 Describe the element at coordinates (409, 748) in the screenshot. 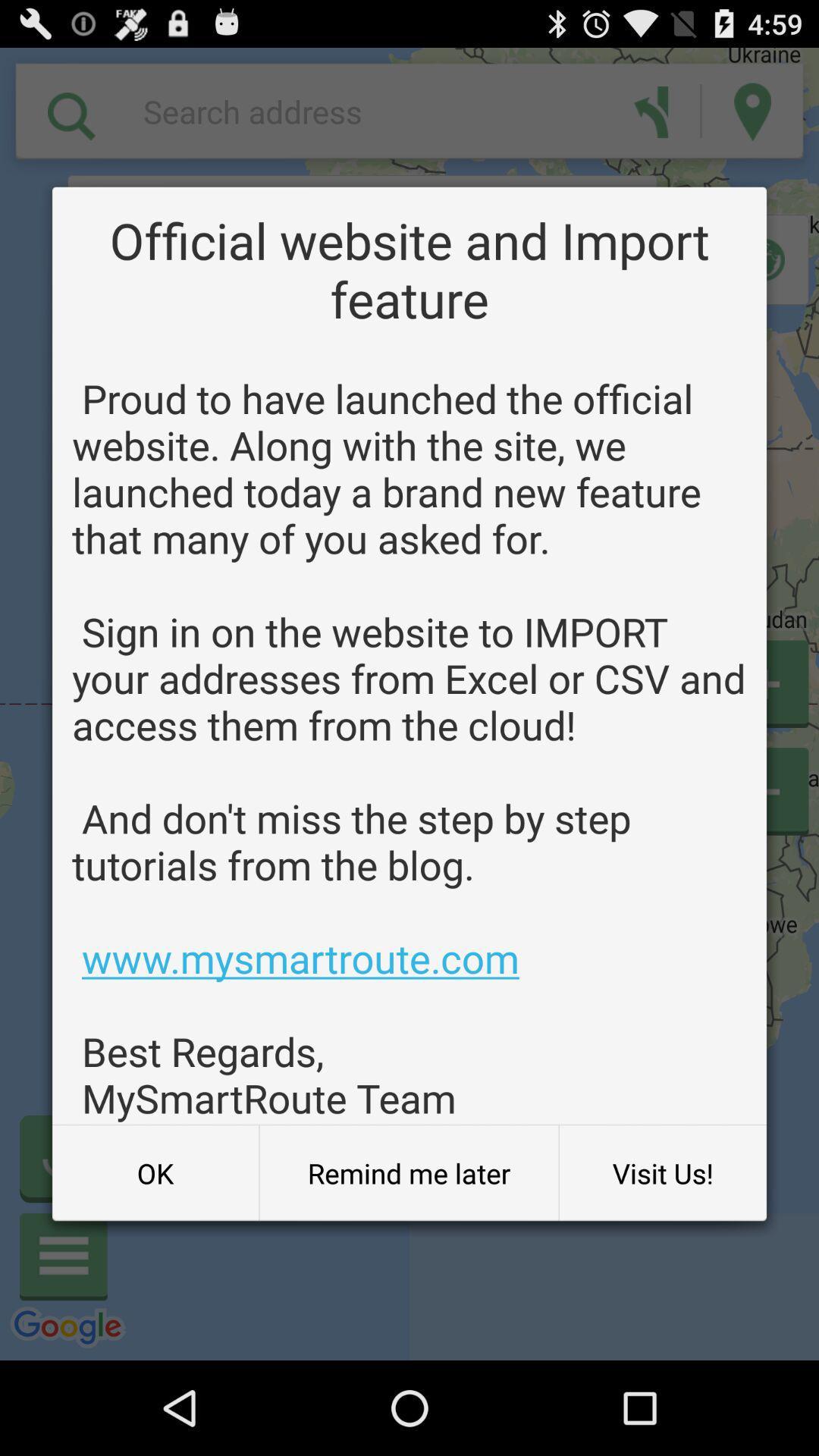

I see `the item at the center` at that location.